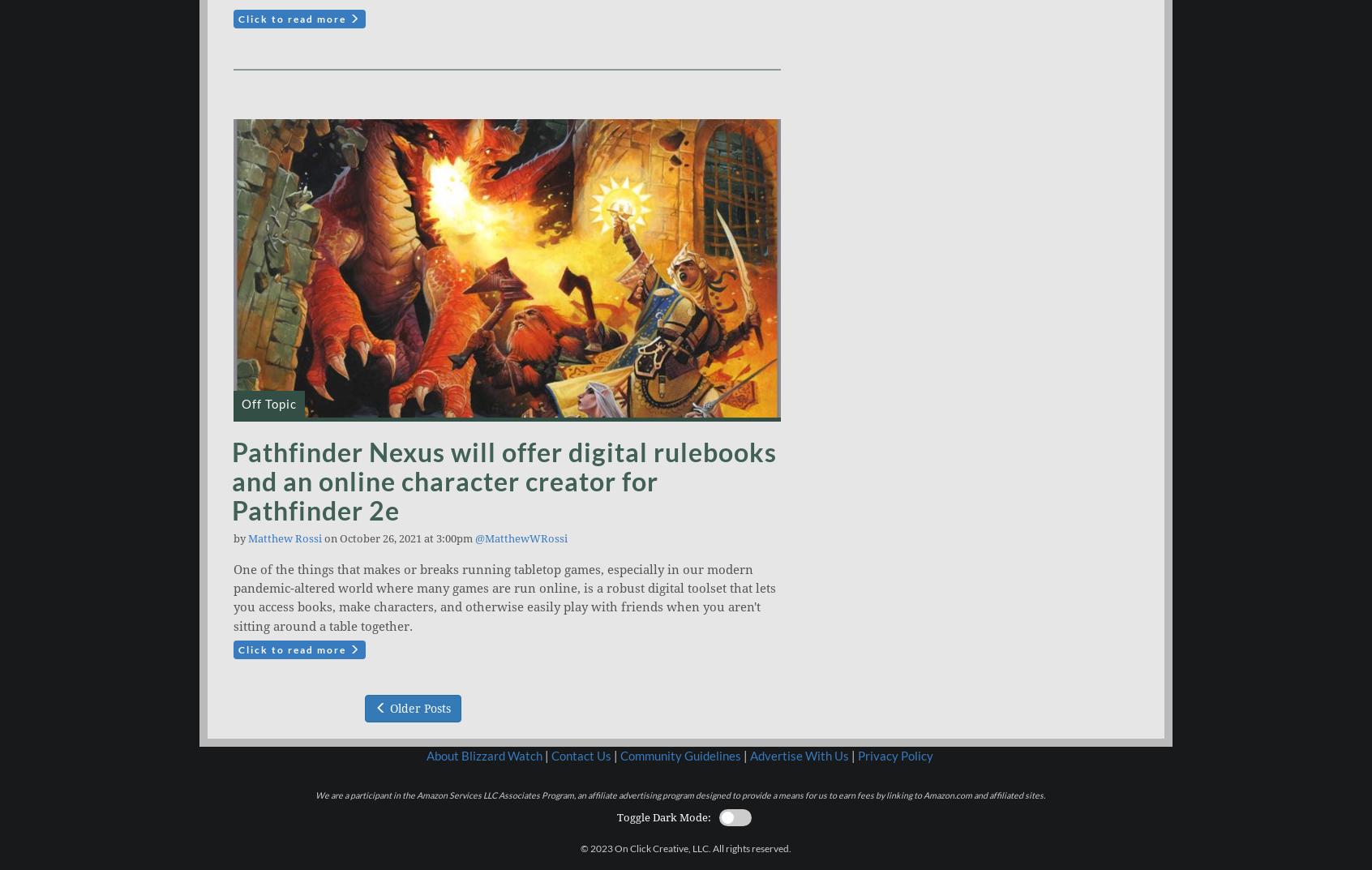 The height and width of the screenshot is (870, 1372). Describe the element at coordinates (686, 848) in the screenshot. I see `'© 2023 On Click Creative, LLC. All rights reserved.'` at that location.